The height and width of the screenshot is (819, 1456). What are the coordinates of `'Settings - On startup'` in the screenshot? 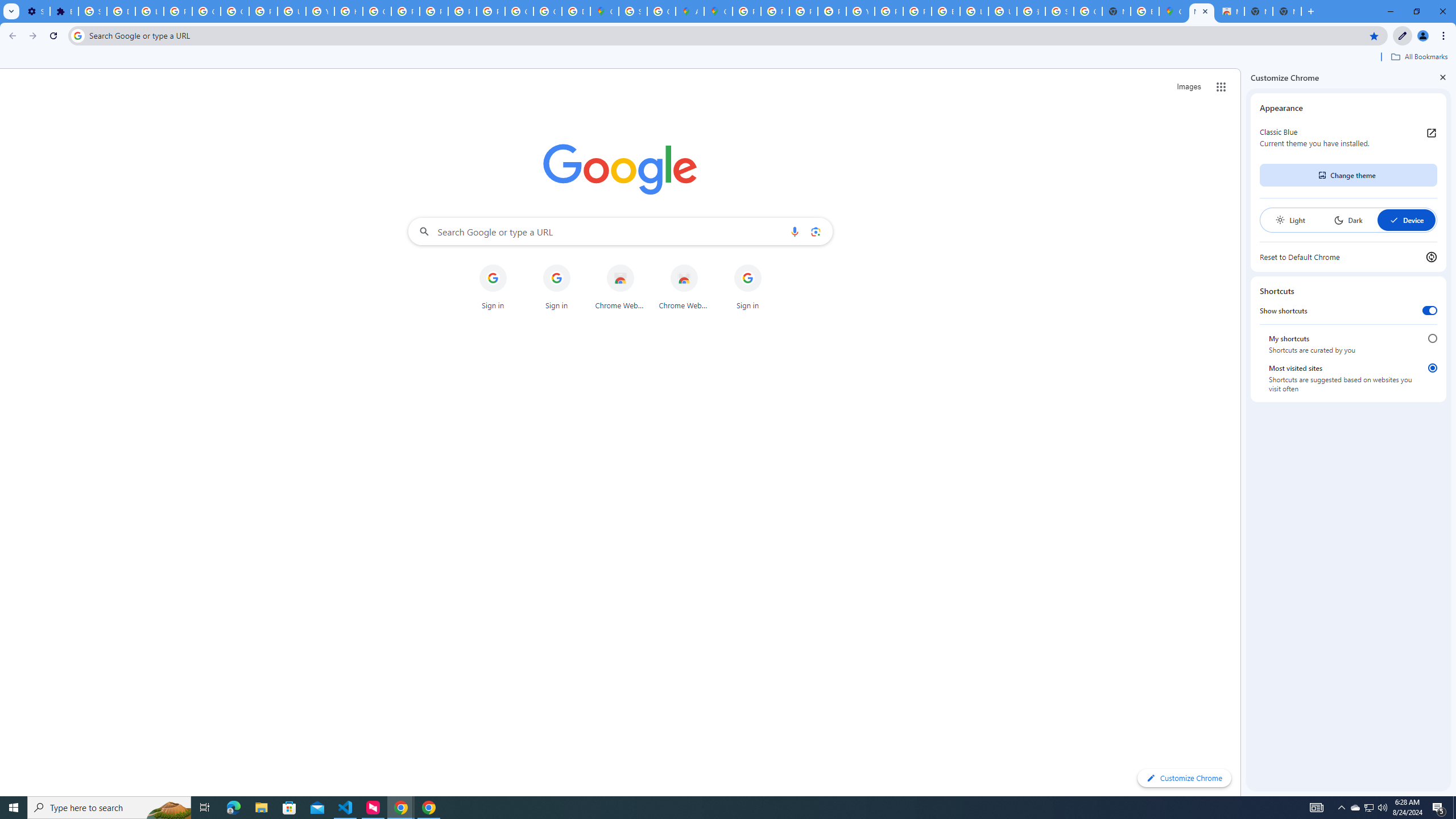 It's located at (35, 11).